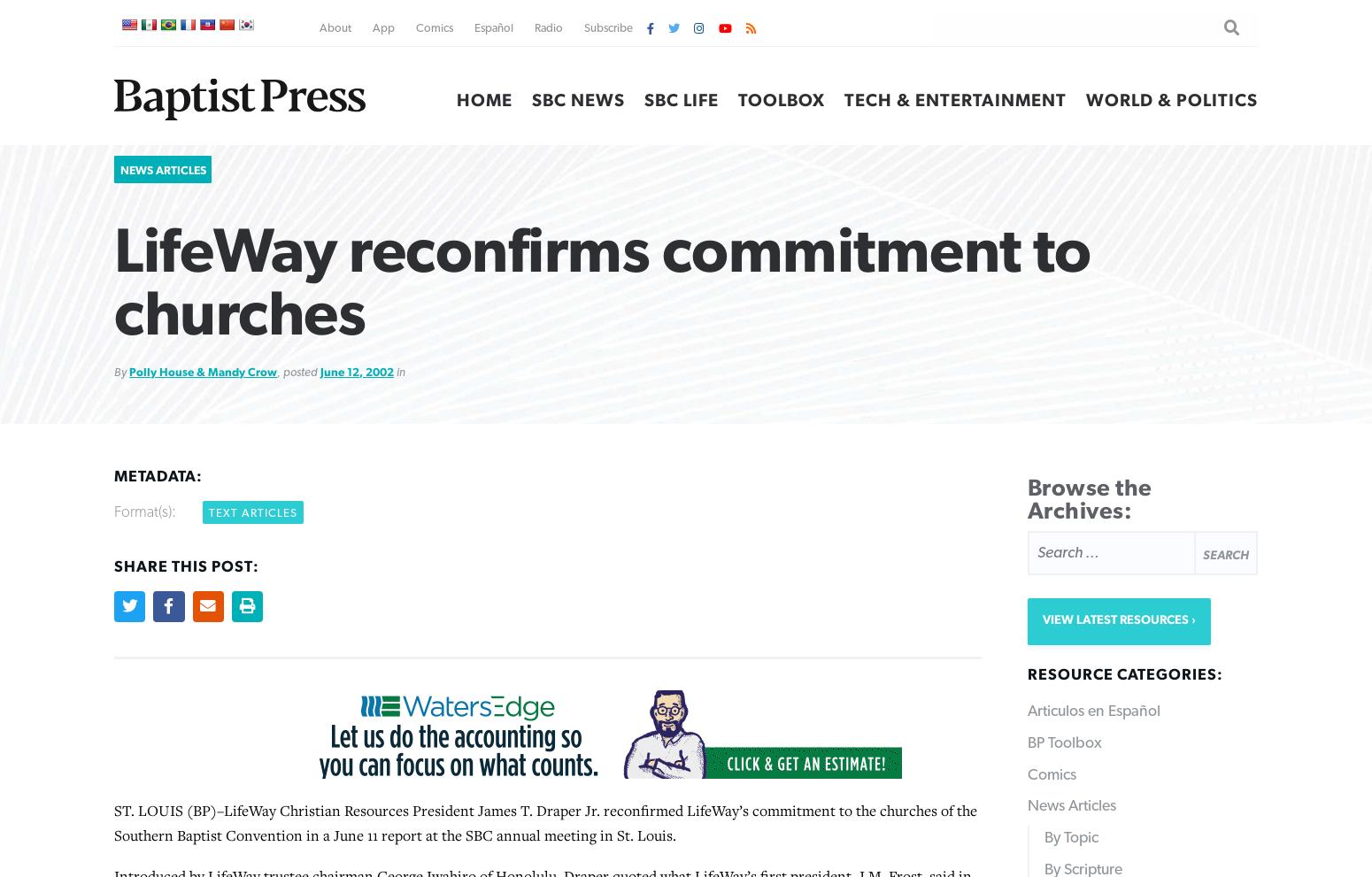  What do you see at coordinates (532, 146) in the screenshot?
I see `'He mentioned Centrifuge, M-Fuge, Centri-Kid and Crosspoint camps for children and youth that blend Bible study, recreation and worship, helping campers integrate Christian values, including an understanding of absolute truth, into their lives.'` at bounding box center [532, 146].